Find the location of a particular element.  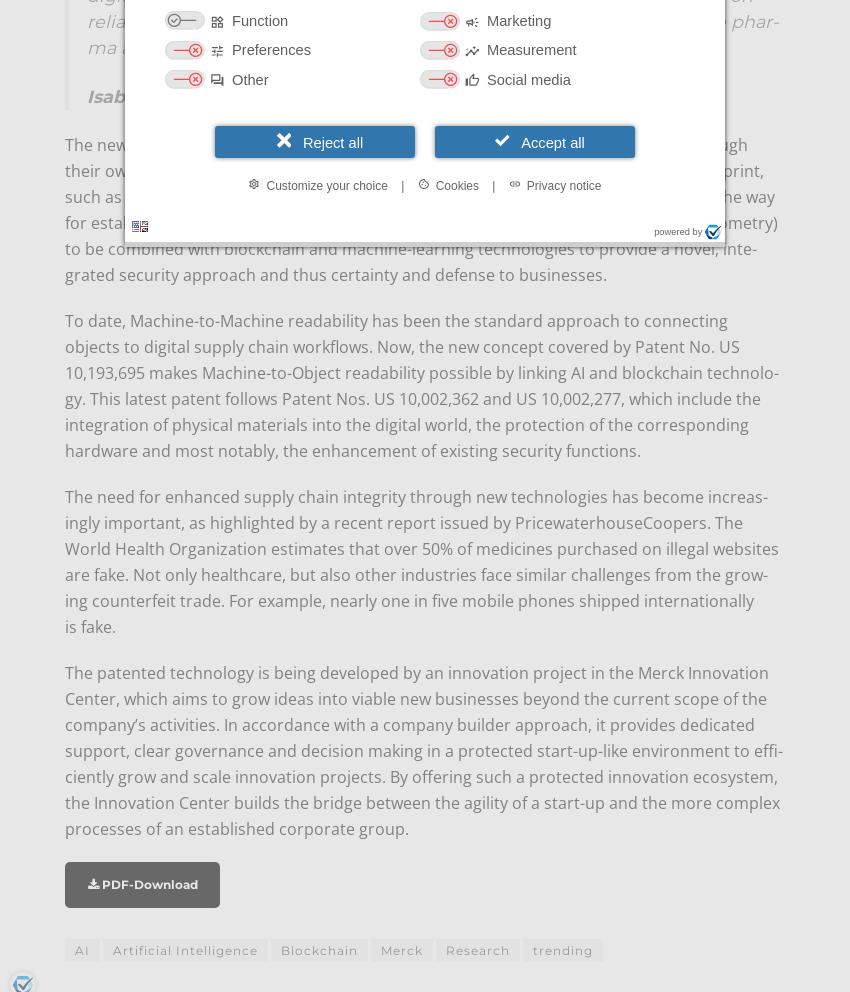

'The new tech­nol­o­gy uses machine learn­ing to link phys­i­cal objects to a blockchain through their own unique iden­ti­fiers or ‘fin­ger­prints‘. Any unique fea­ture can be used as a fin­ger­print, such as a chem­i­cal sig­na­ture, DNA, or image pat­terns. The patent­ed tech­nol­o­gy paves the way for estab­lished iden­ti­fi­ca­tion process­es (for exam­ple bar­code scan­ners or mass spec­trom­e­try) to be com­bined with blockchain and machine-learn­ing tech­nolo­gies to pro­vide a nov­el, inte­grat­ed secu­ri­ty approach and thus cer­tain­ty and defense to businesses.' is located at coordinates (421, 210).